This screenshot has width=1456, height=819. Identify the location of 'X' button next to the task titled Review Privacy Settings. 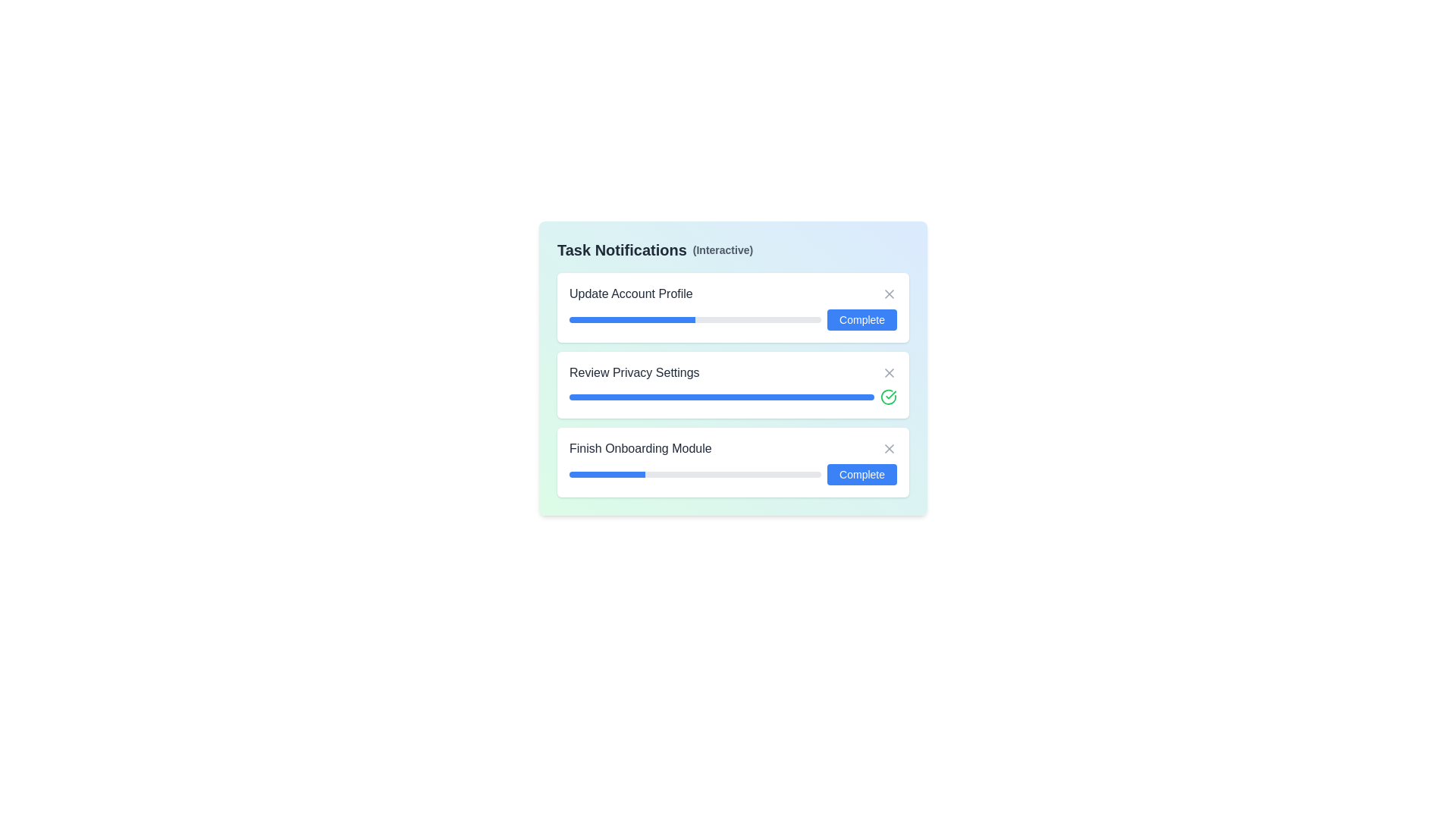
(889, 373).